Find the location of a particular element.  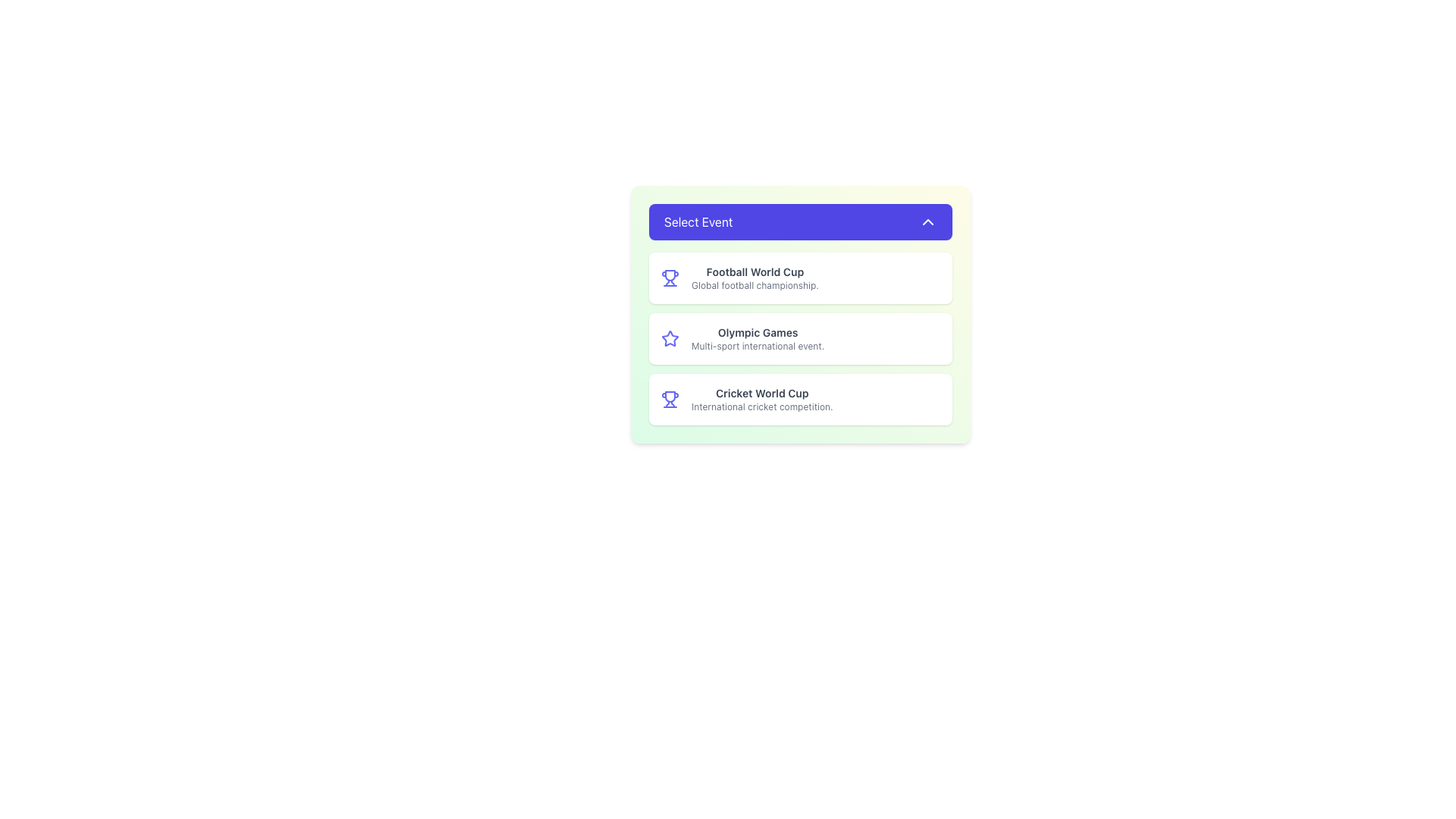

the text label that serves as the title for the dropdown menu, located at the top-left section of the dropdown header with a blue background is located at coordinates (698, 222).